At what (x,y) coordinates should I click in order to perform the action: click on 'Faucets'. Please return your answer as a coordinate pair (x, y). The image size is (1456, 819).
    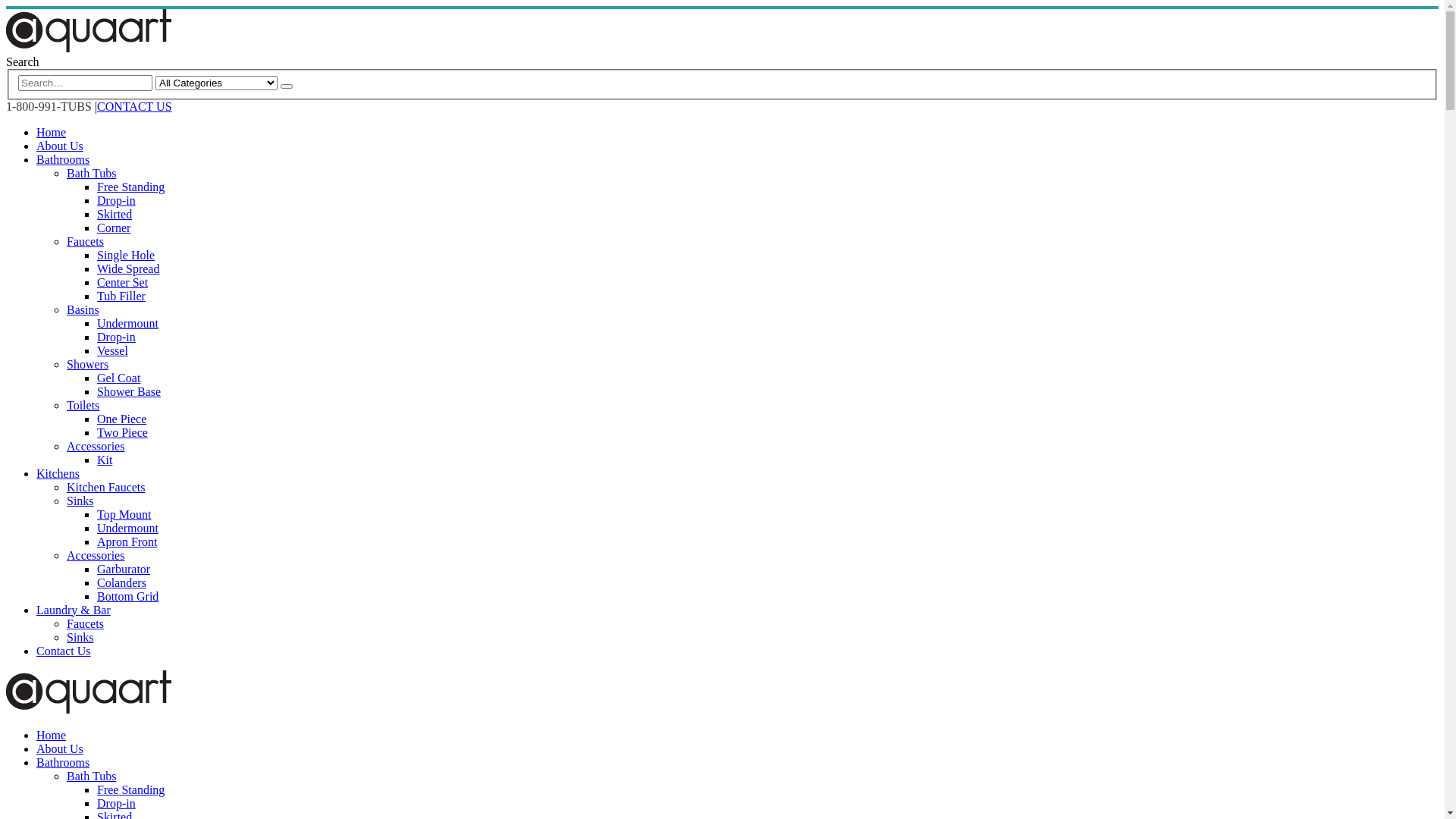
    Looking at the image, I should click on (84, 623).